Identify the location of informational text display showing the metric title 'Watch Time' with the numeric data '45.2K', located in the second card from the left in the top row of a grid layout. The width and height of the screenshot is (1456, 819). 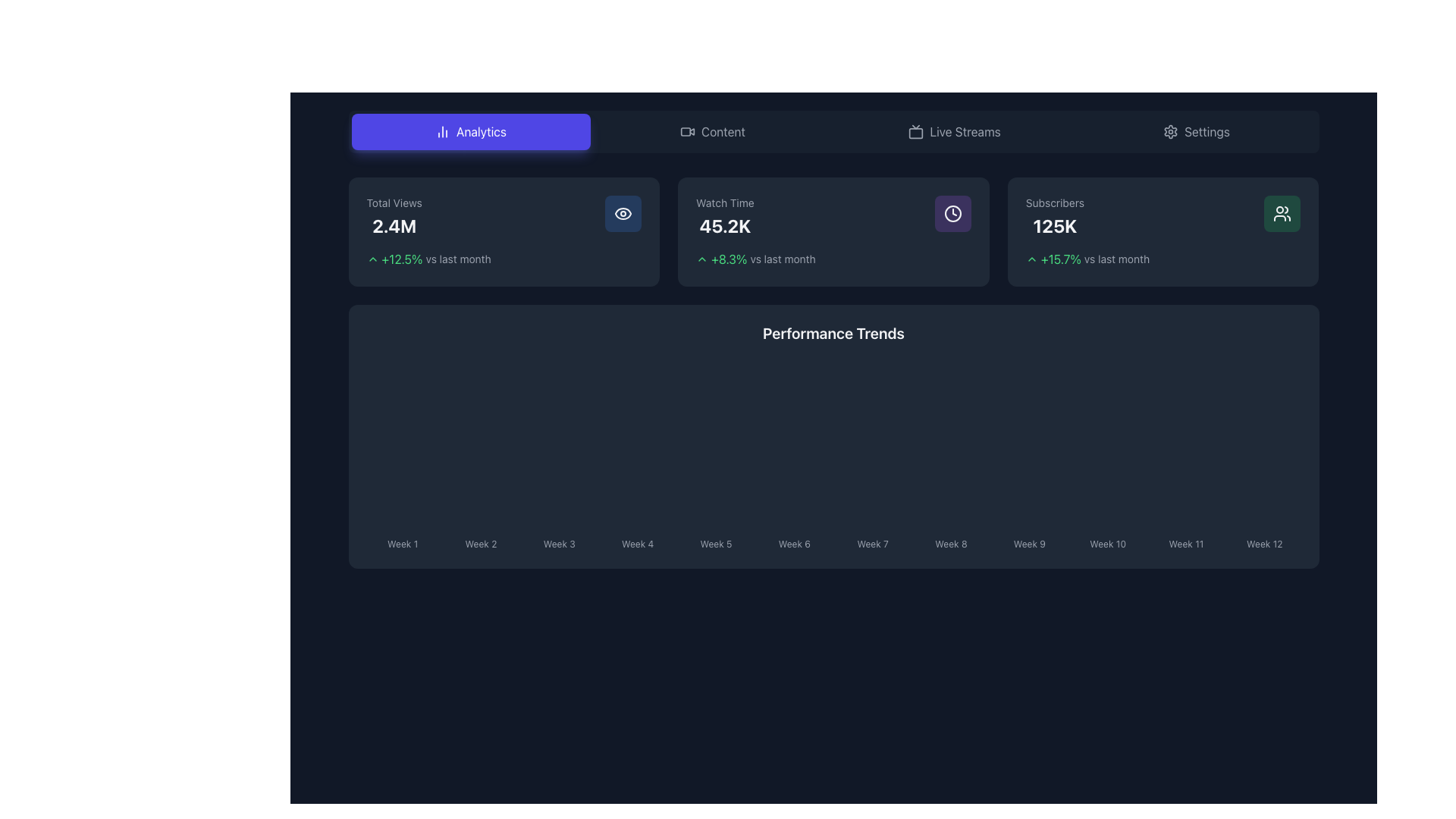
(724, 216).